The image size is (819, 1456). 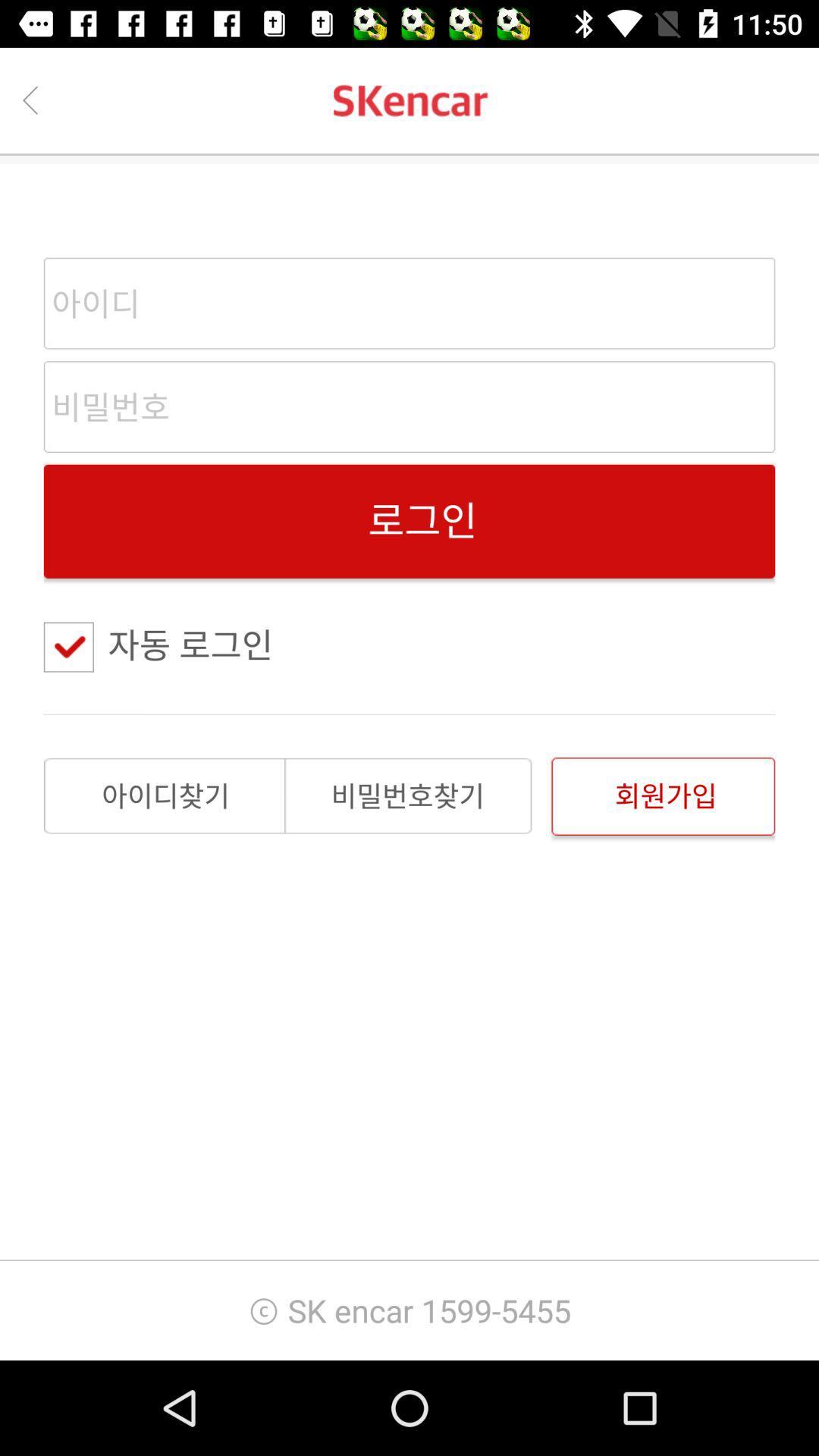 I want to click on the item above sk encar 1599 item, so click(x=407, y=795).